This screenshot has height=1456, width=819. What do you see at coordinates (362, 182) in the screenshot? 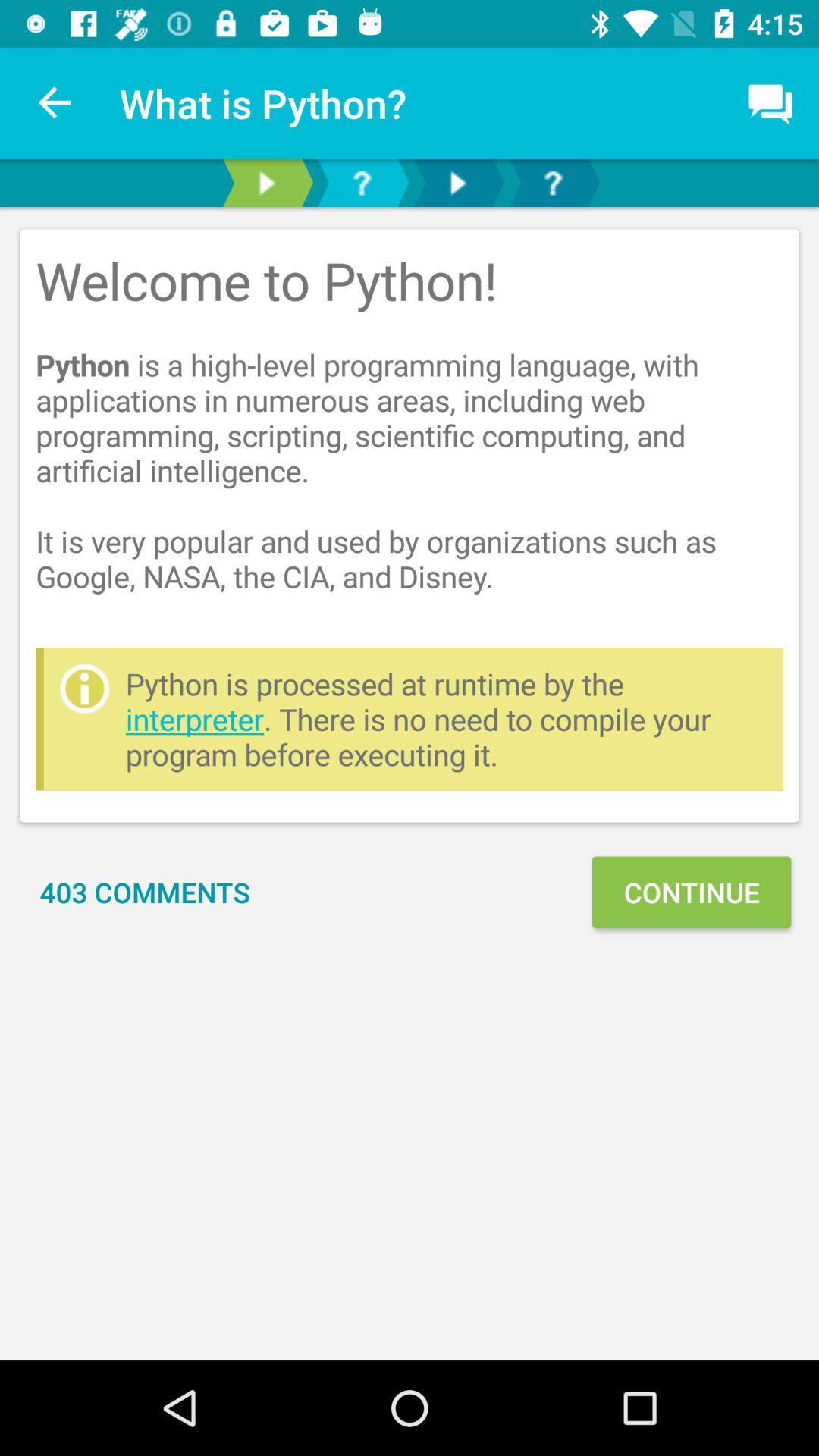
I see `the help icon` at bounding box center [362, 182].